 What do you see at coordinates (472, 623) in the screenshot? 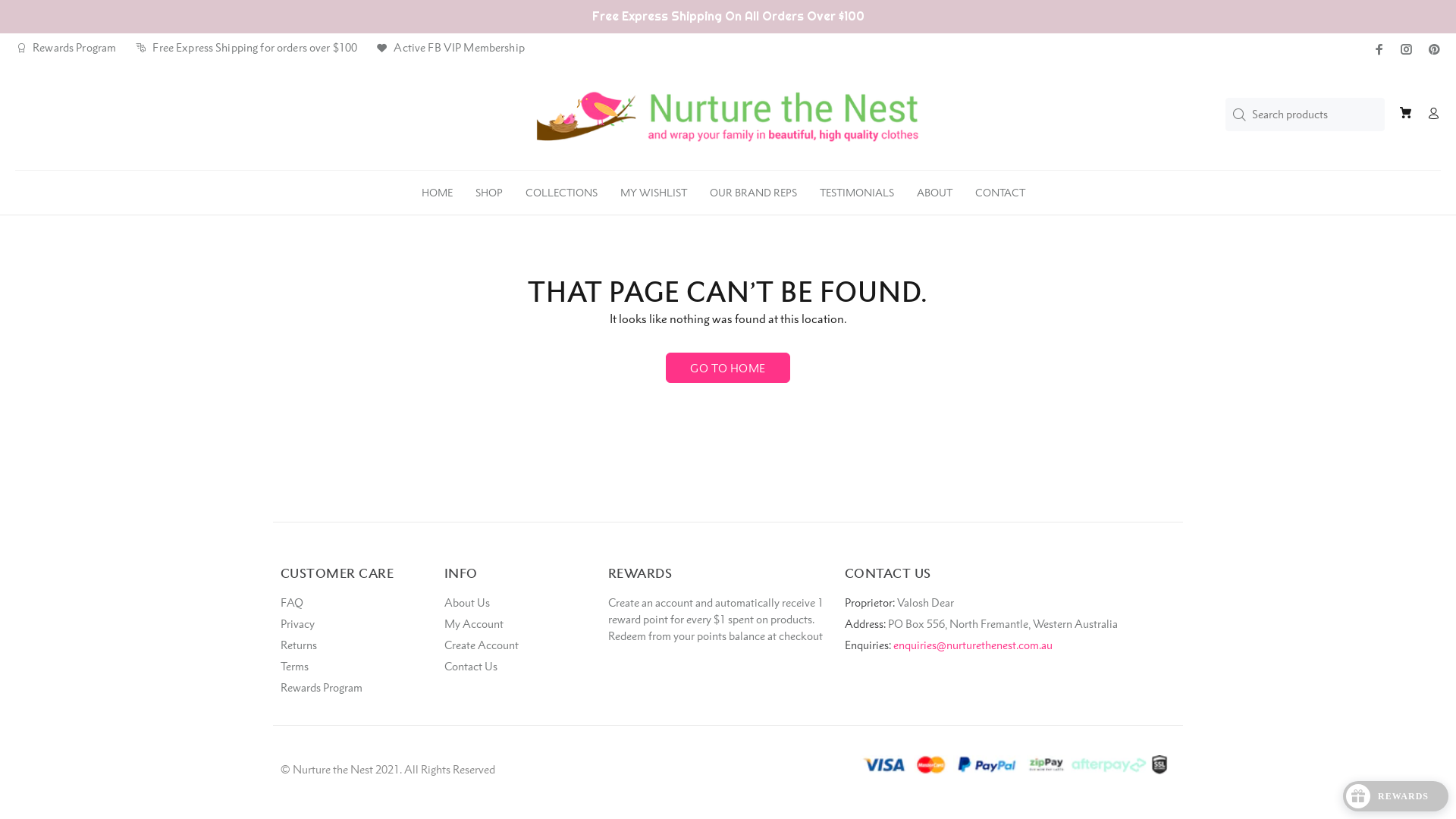
I see `'My Account'` at bounding box center [472, 623].